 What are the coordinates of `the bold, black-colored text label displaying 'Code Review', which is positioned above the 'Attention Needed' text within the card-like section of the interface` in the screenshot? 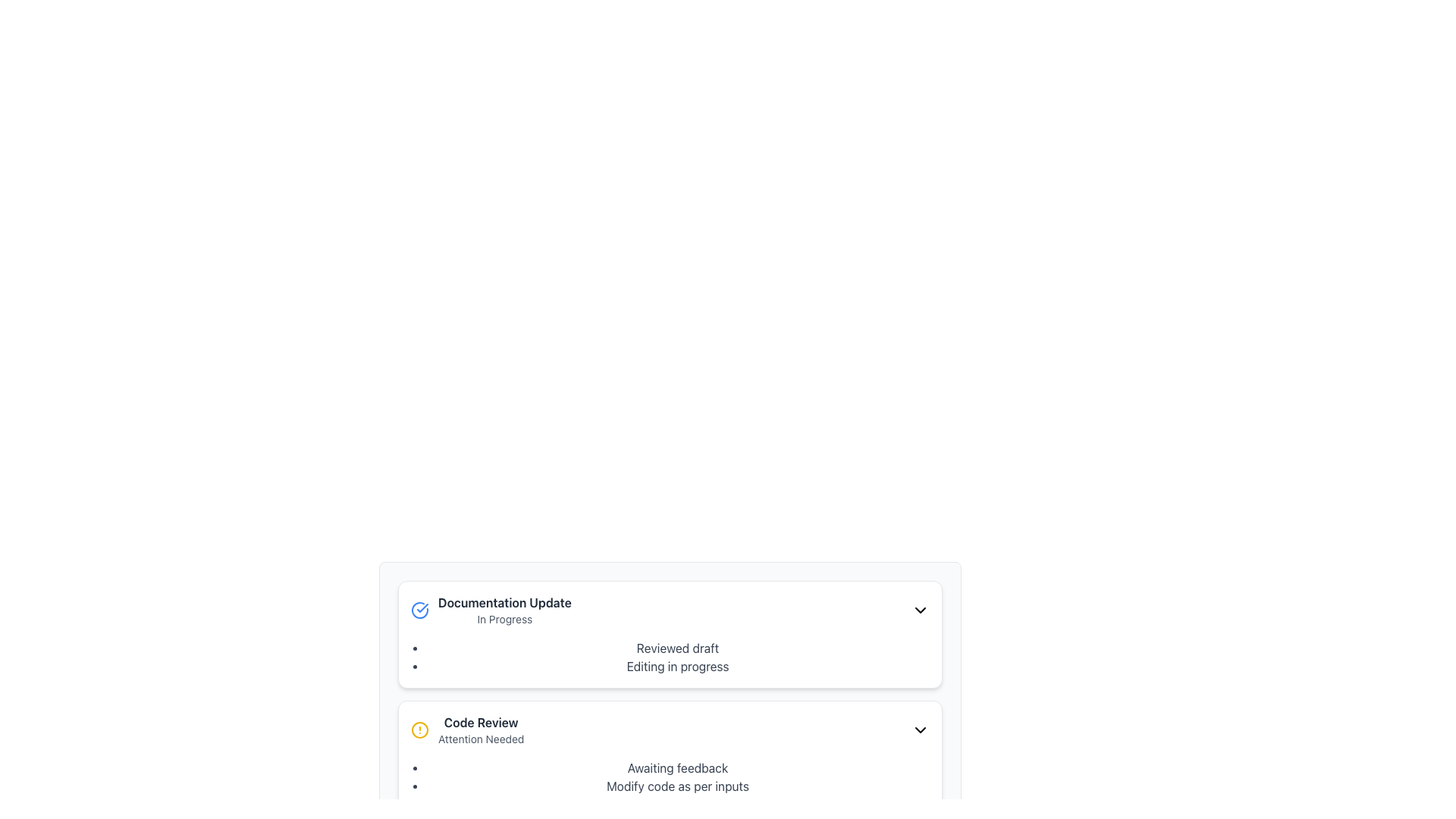 It's located at (480, 721).